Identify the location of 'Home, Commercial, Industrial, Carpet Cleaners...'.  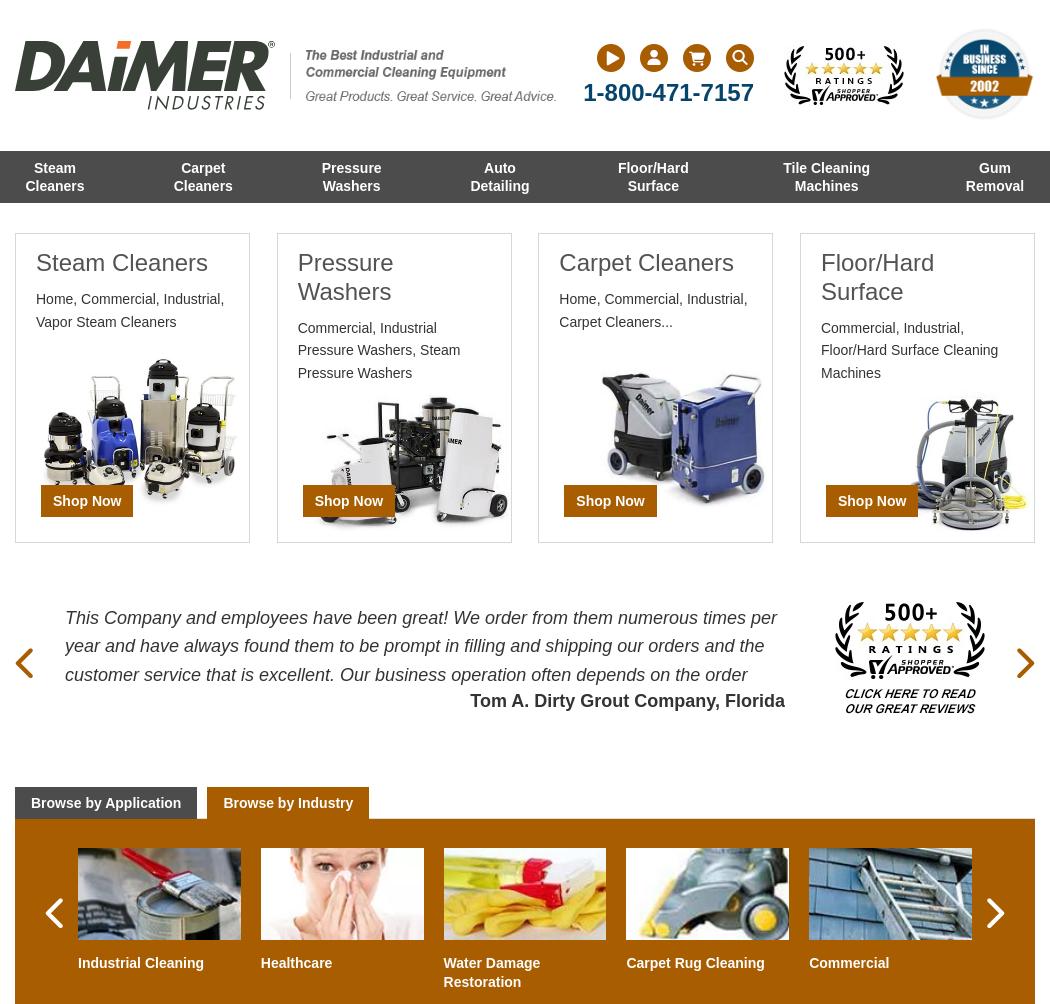
(651, 310).